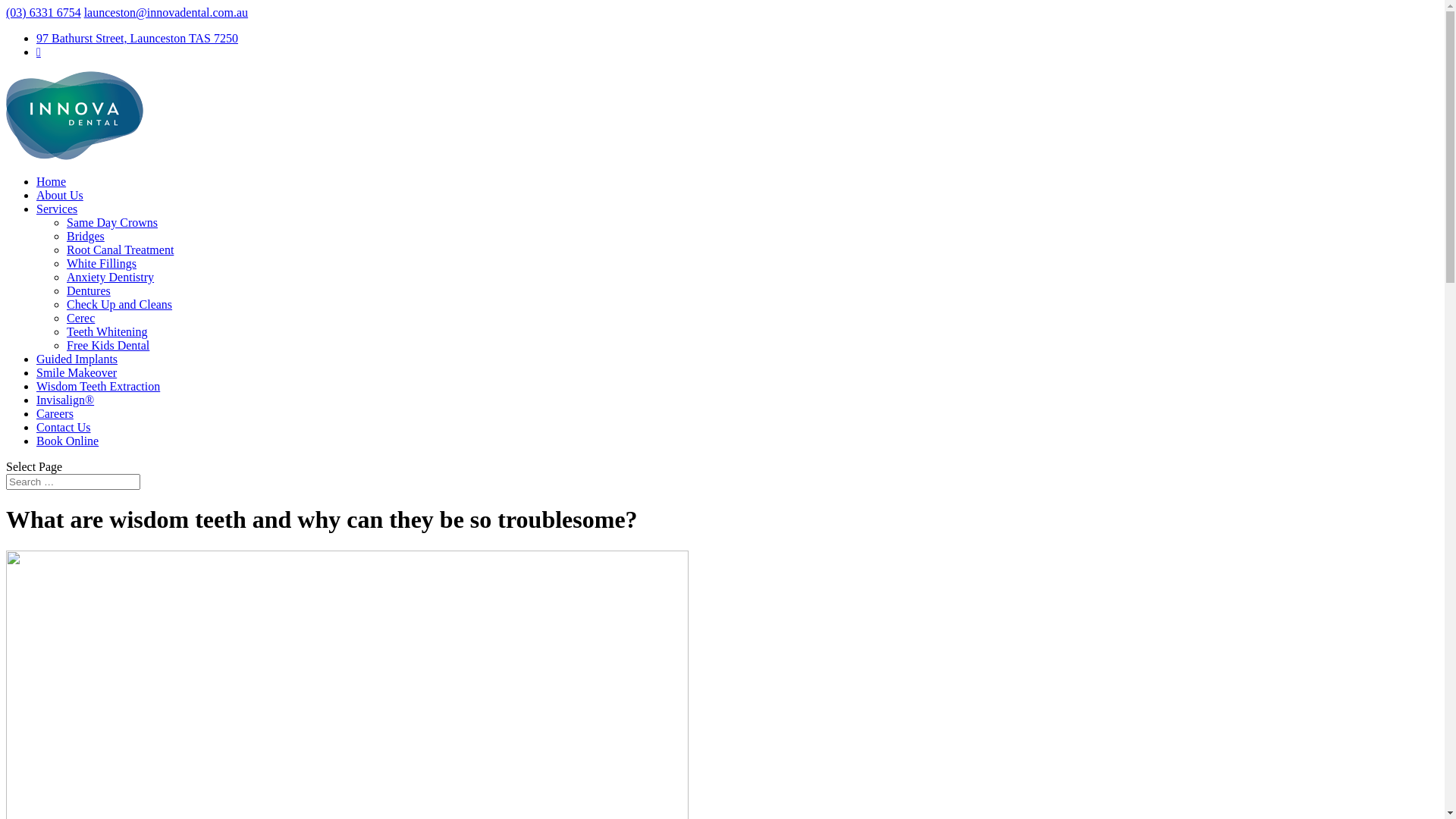 This screenshot has width=1456, height=819. What do you see at coordinates (65, 277) in the screenshot?
I see `'Anxiety Dentistry'` at bounding box center [65, 277].